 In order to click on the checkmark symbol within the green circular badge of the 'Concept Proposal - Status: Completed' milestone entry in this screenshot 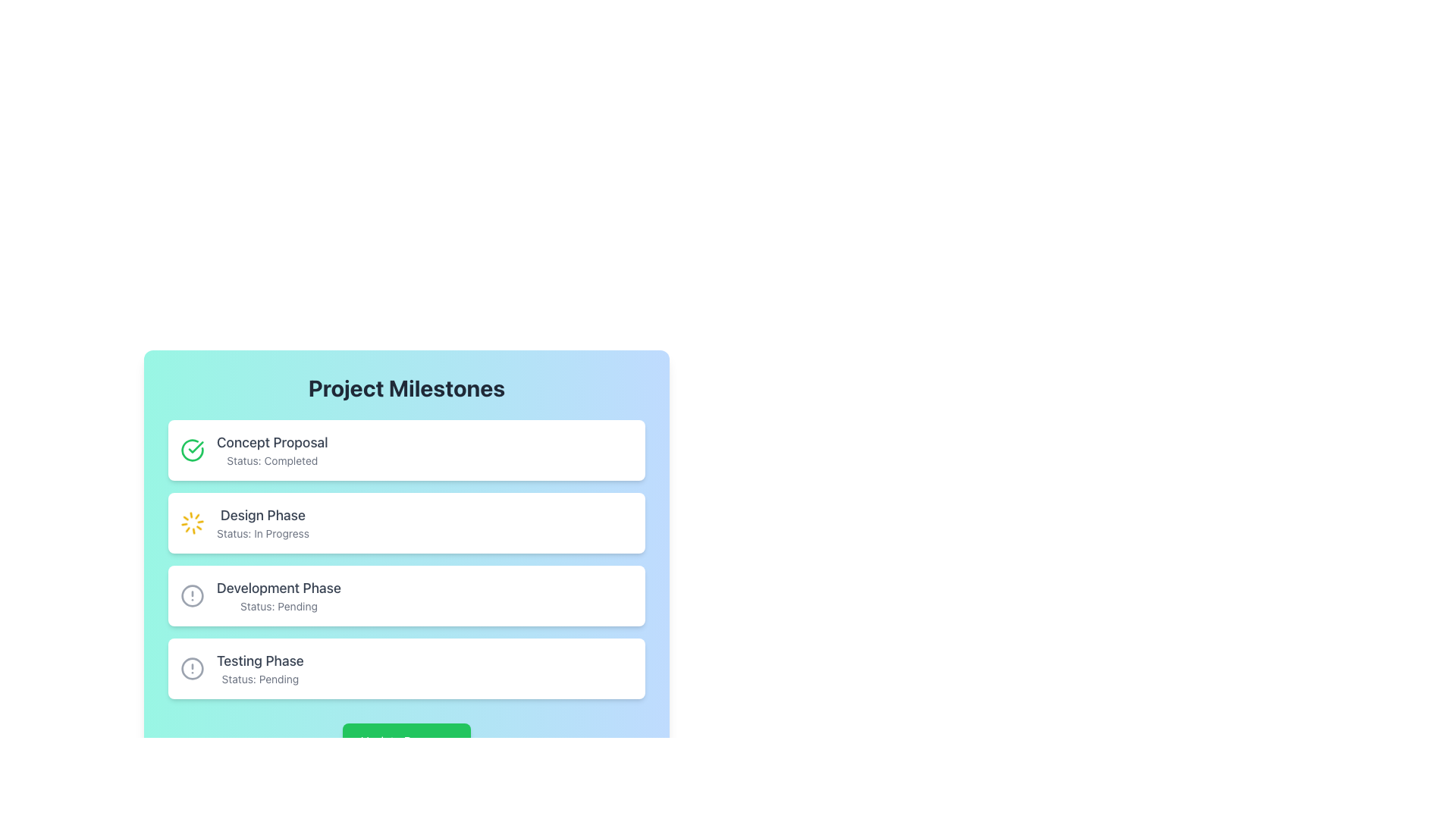, I will do `click(195, 447)`.